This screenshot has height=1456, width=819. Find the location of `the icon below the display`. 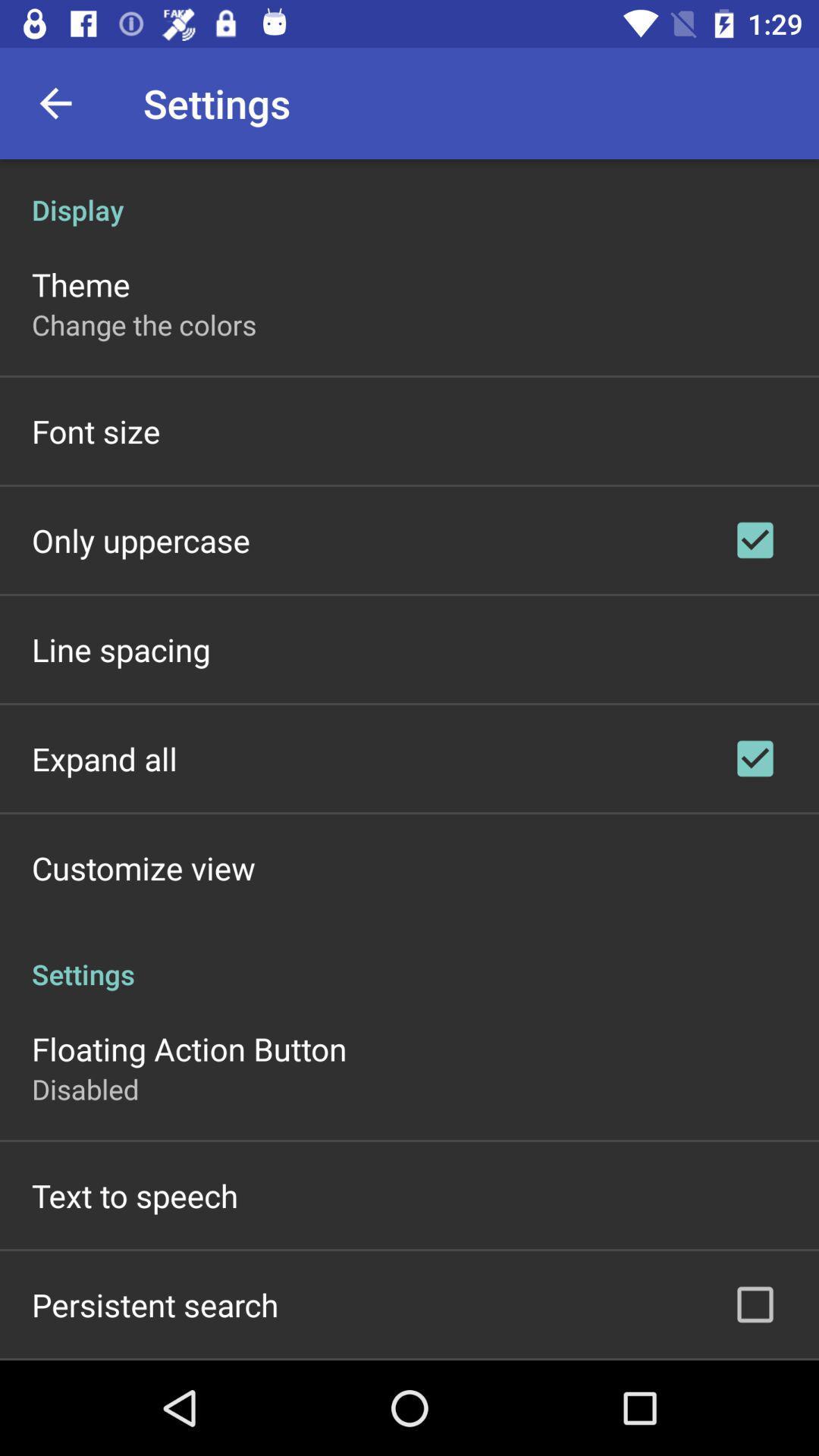

the icon below the display is located at coordinates (80, 284).